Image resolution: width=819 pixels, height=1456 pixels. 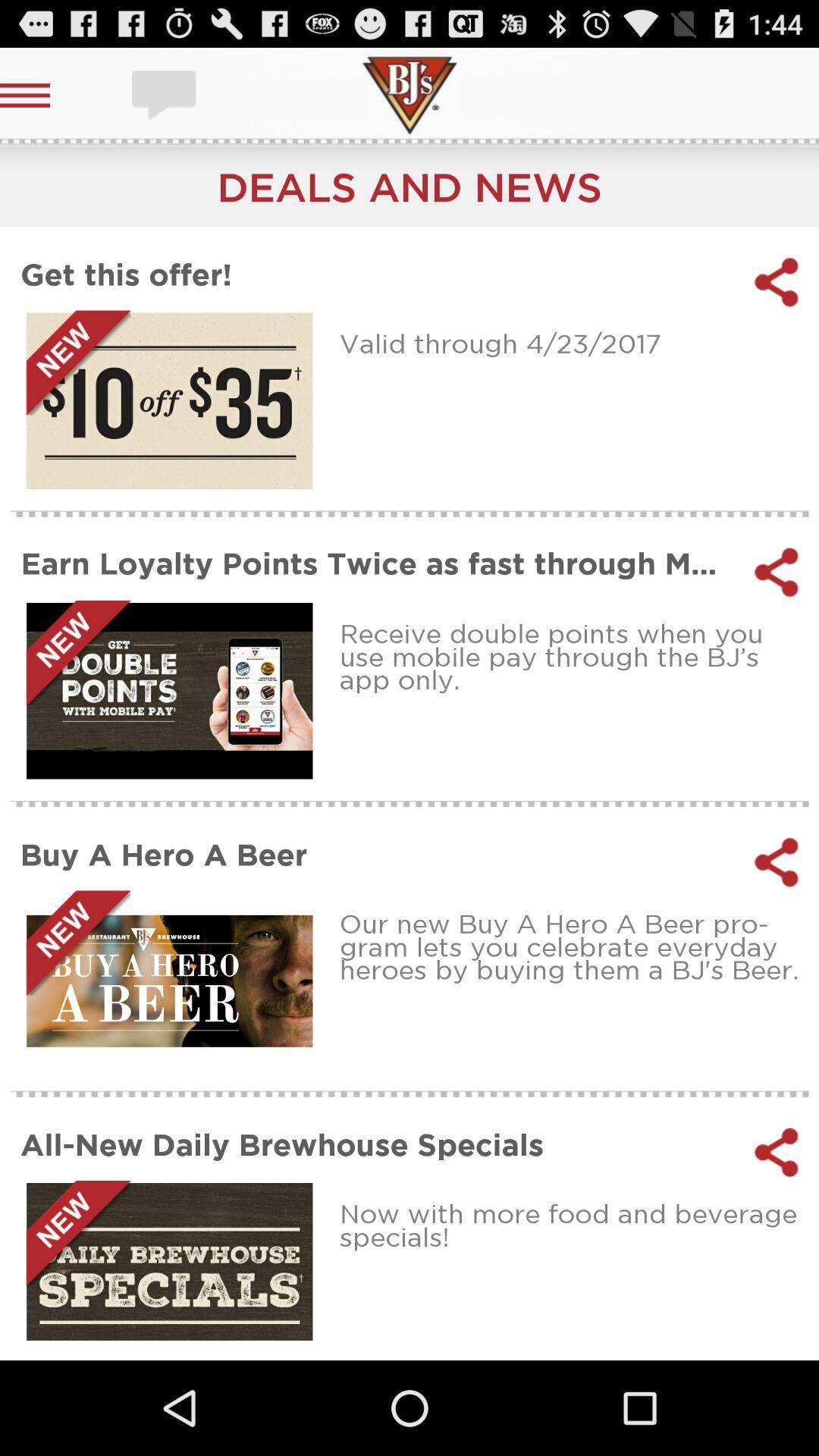 I want to click on icon at the bottom, so click(x=376, y=1144).